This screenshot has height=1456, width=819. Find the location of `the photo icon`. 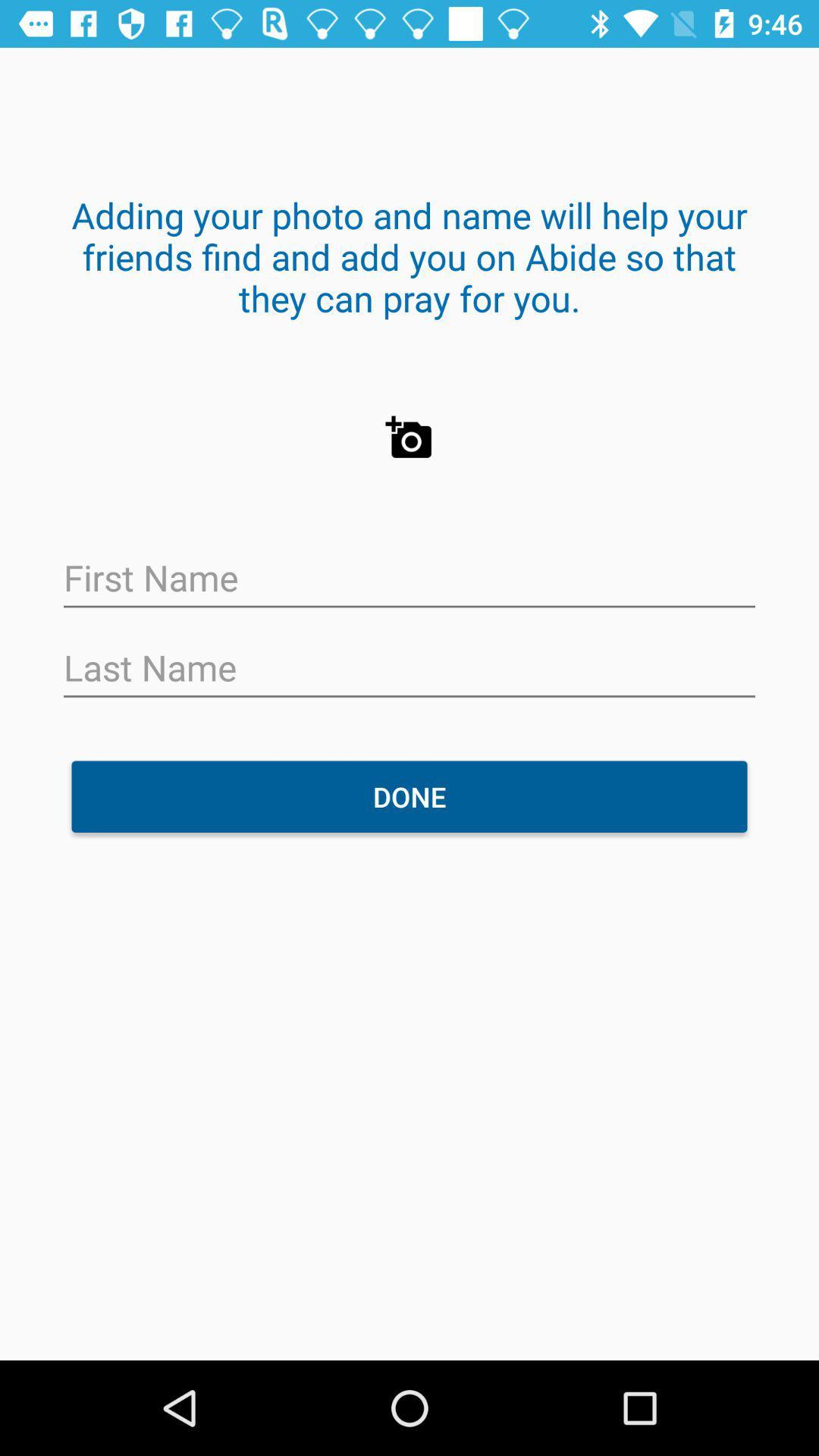

the photo icon is located at coordinates (409, 437).